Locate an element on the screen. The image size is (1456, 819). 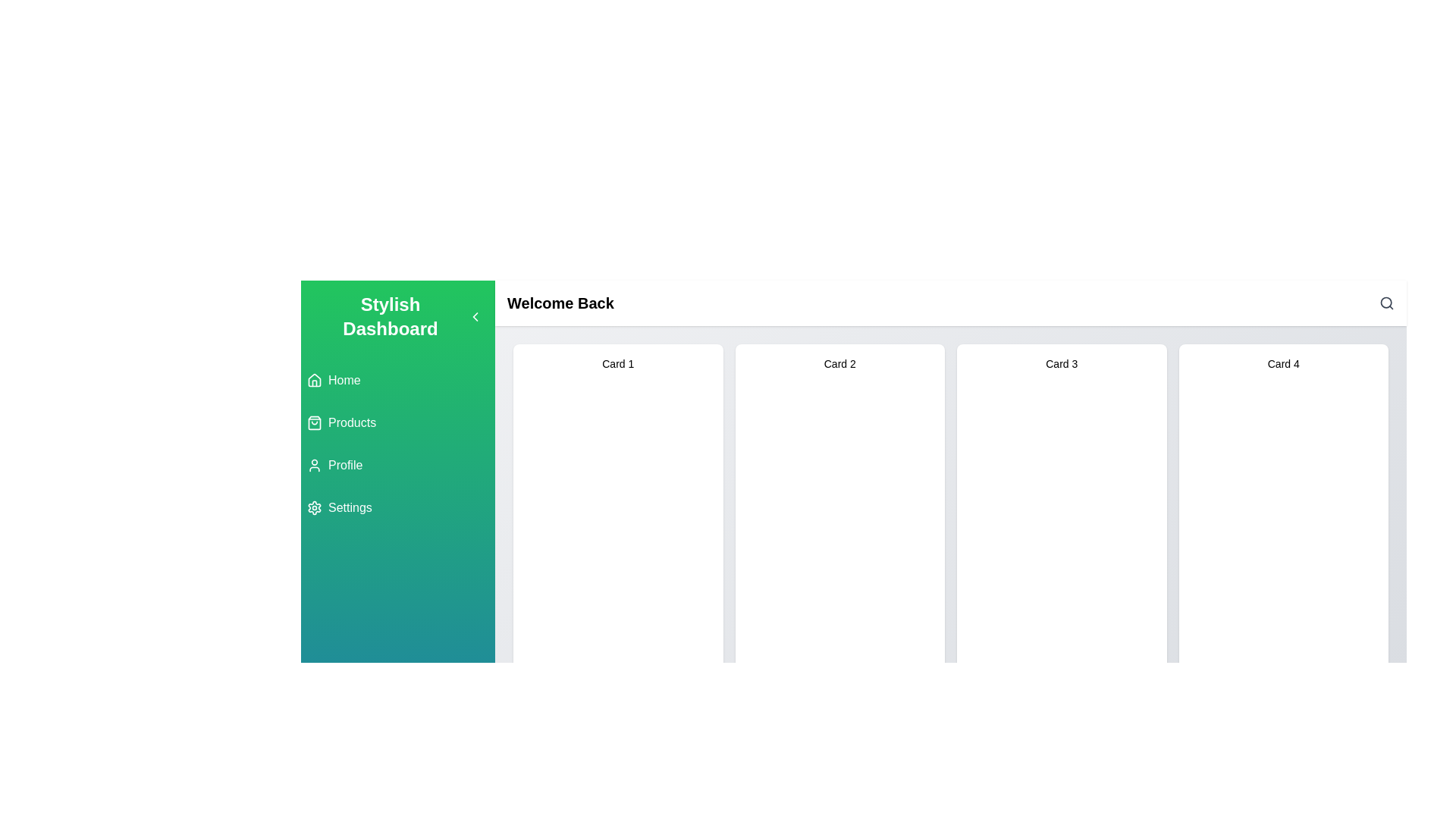
the 'Home' text label located is located at coordinates (344, 379).